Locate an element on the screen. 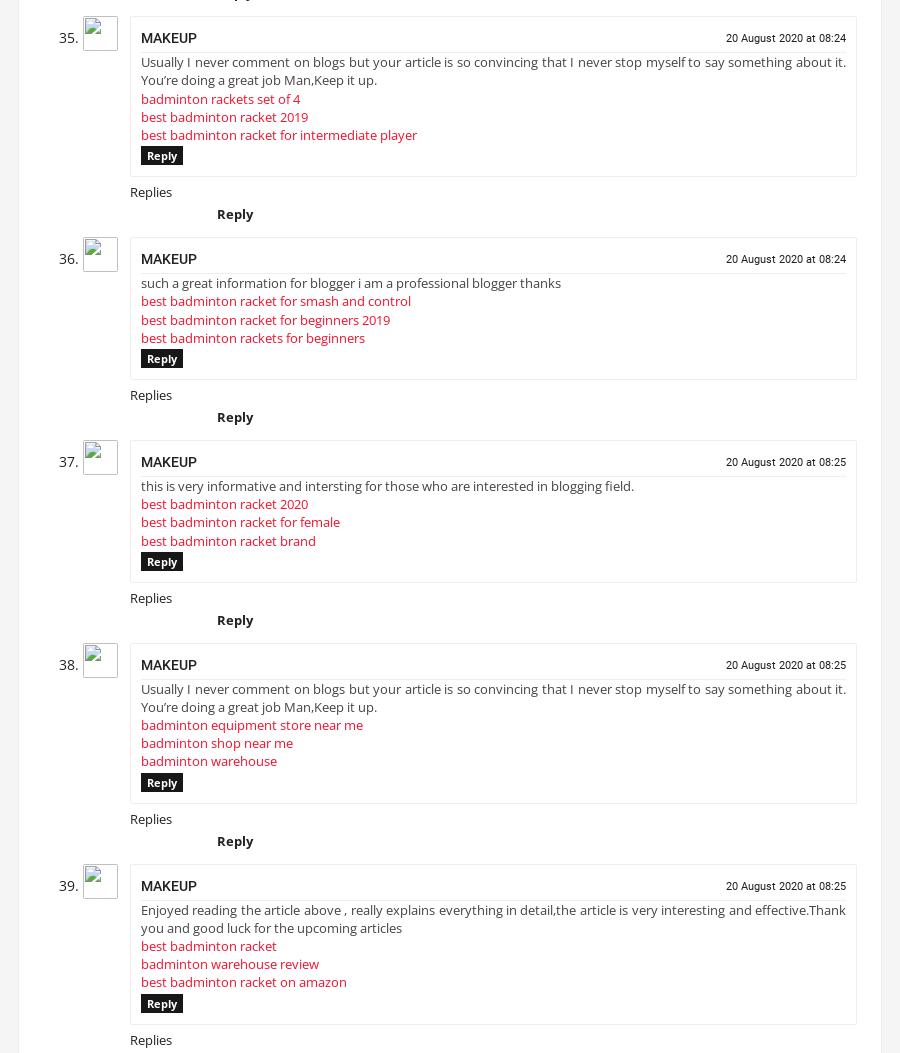 The width and height of the screenshot is (900, 1053). 'best badminton racket on amazon' is located at coordinates (242, 990).